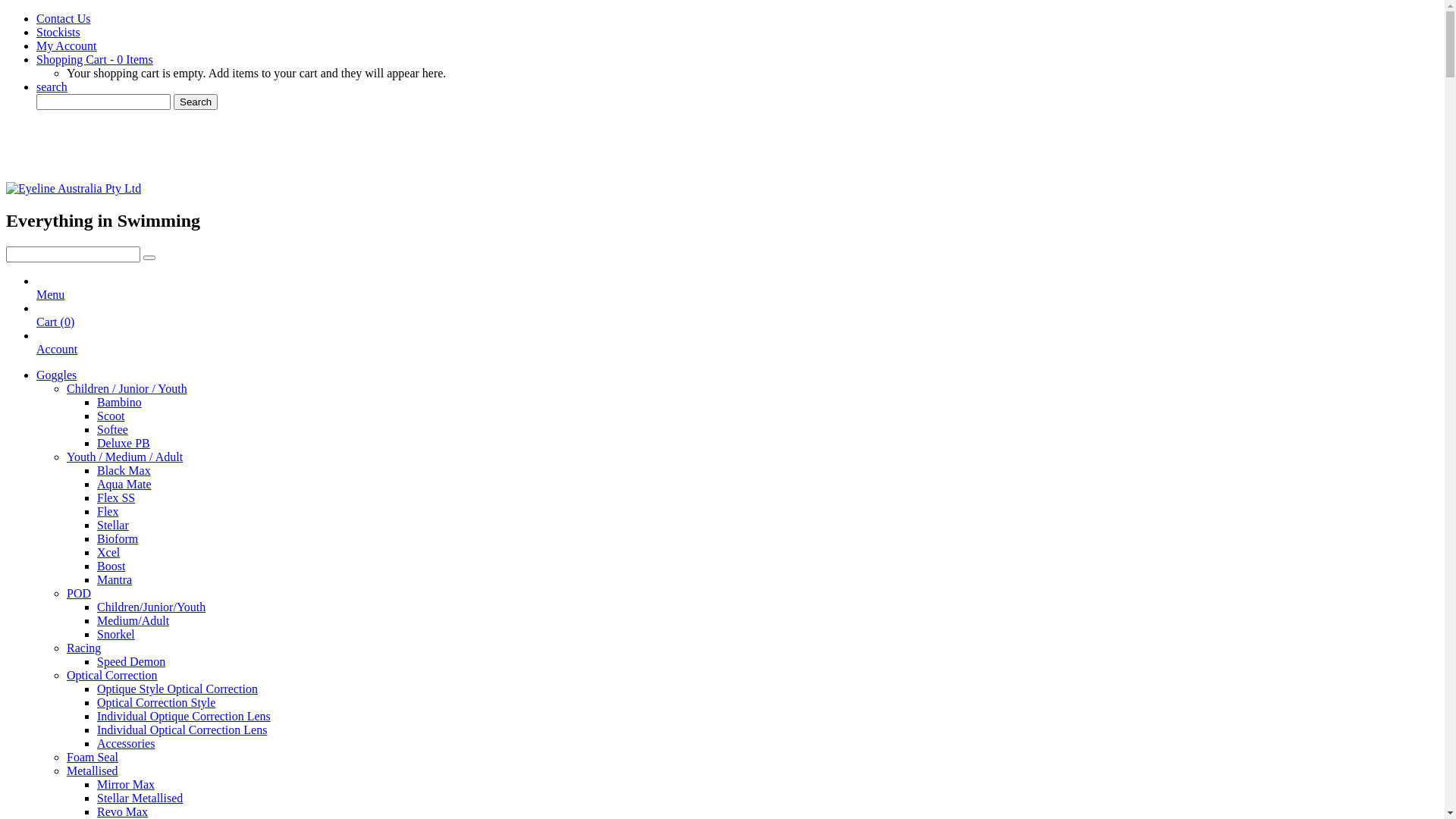 Image resolution: width=1456 pixels, height=819 pixels. Describe the element at coordinates (126, 742) in the screenshot. I see `'Accessories'` at that location.